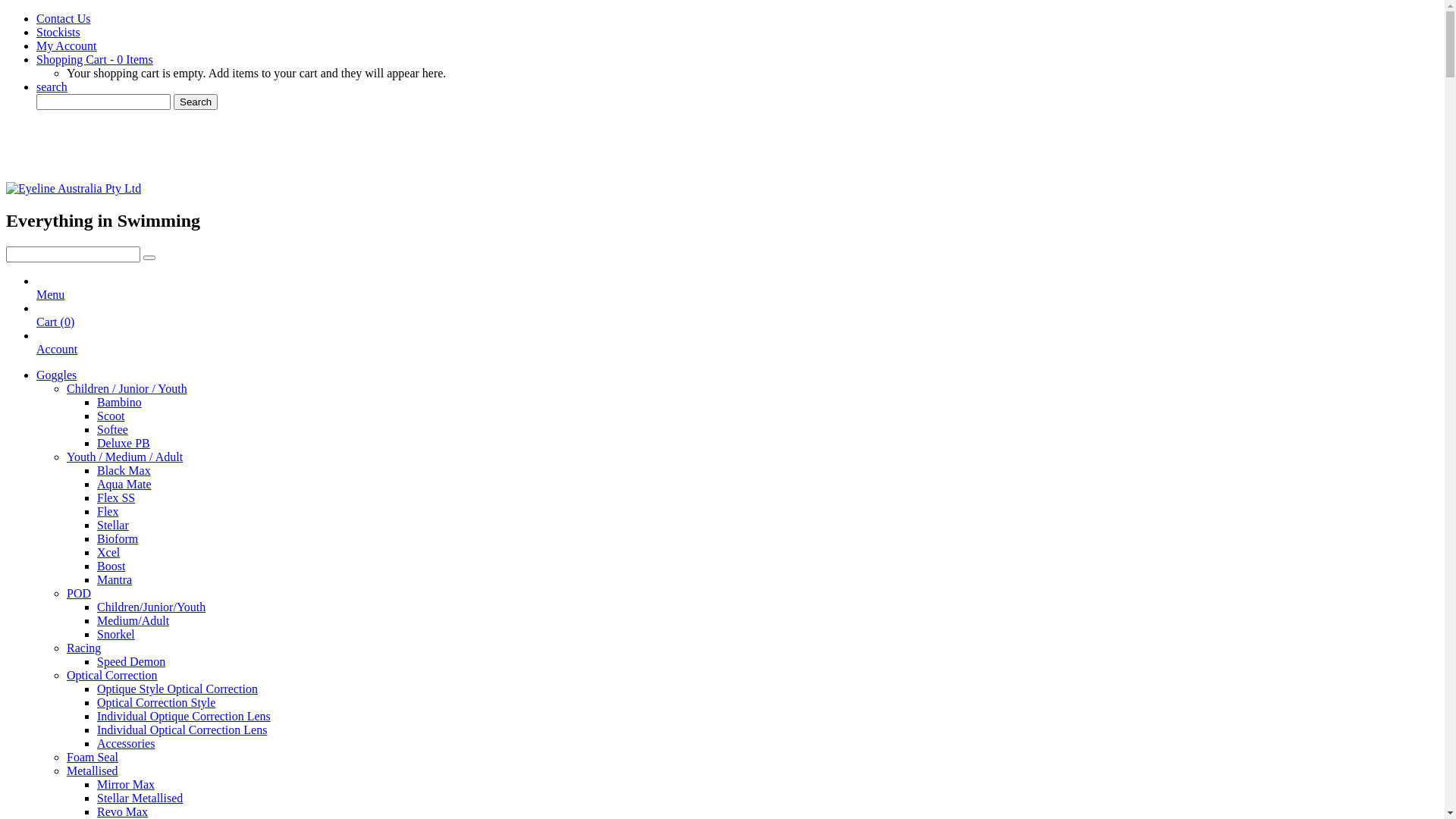 Image resolution: width=1456 pixels, height=819 pixels. Describe the element at coordinates (126, 742) in the screenshot. I see `'Accessories'` at that location.